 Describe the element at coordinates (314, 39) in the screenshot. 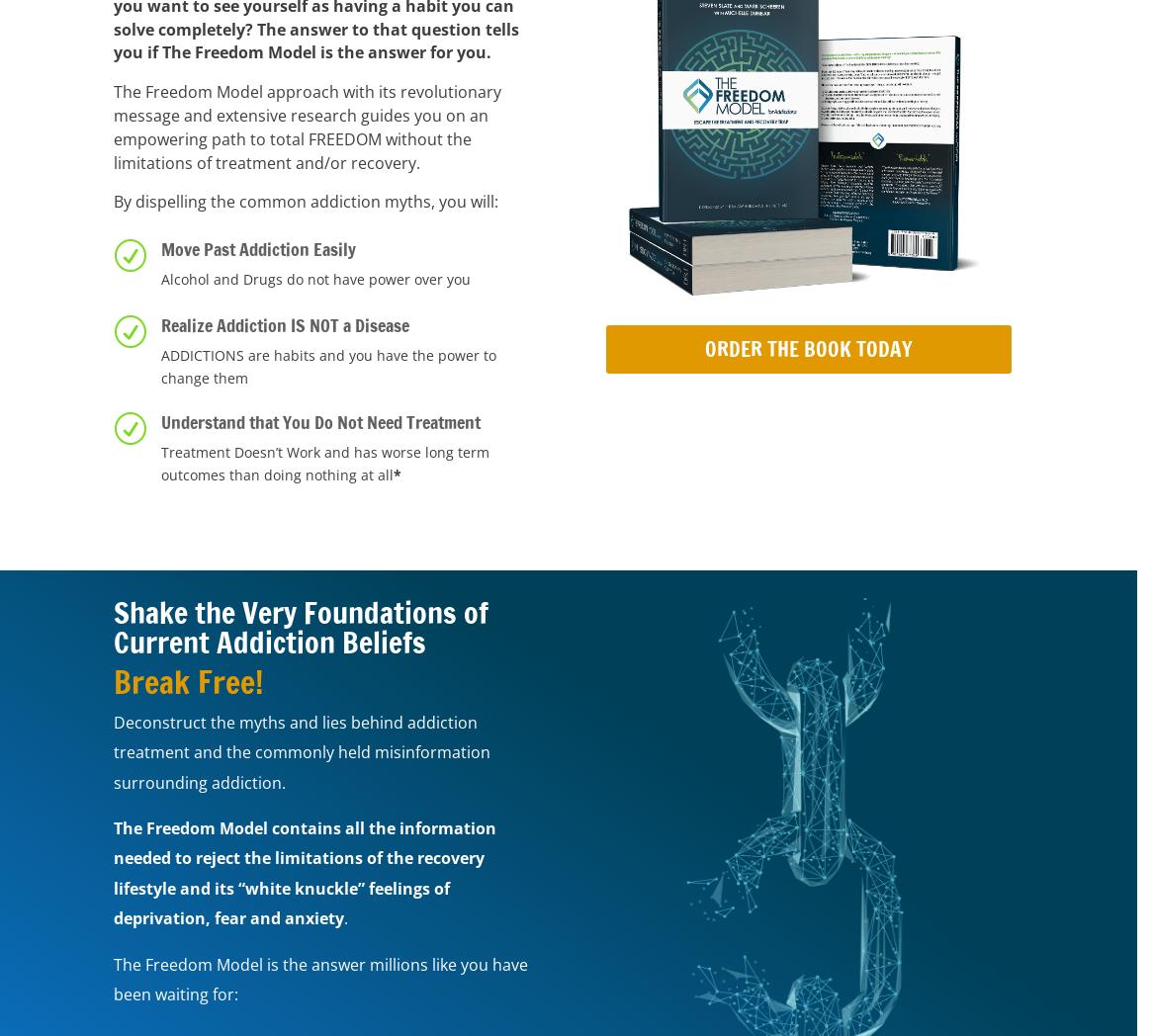

I see `'The answer to that question tells you if The Freedom Model is the answer for you.'` at that location.